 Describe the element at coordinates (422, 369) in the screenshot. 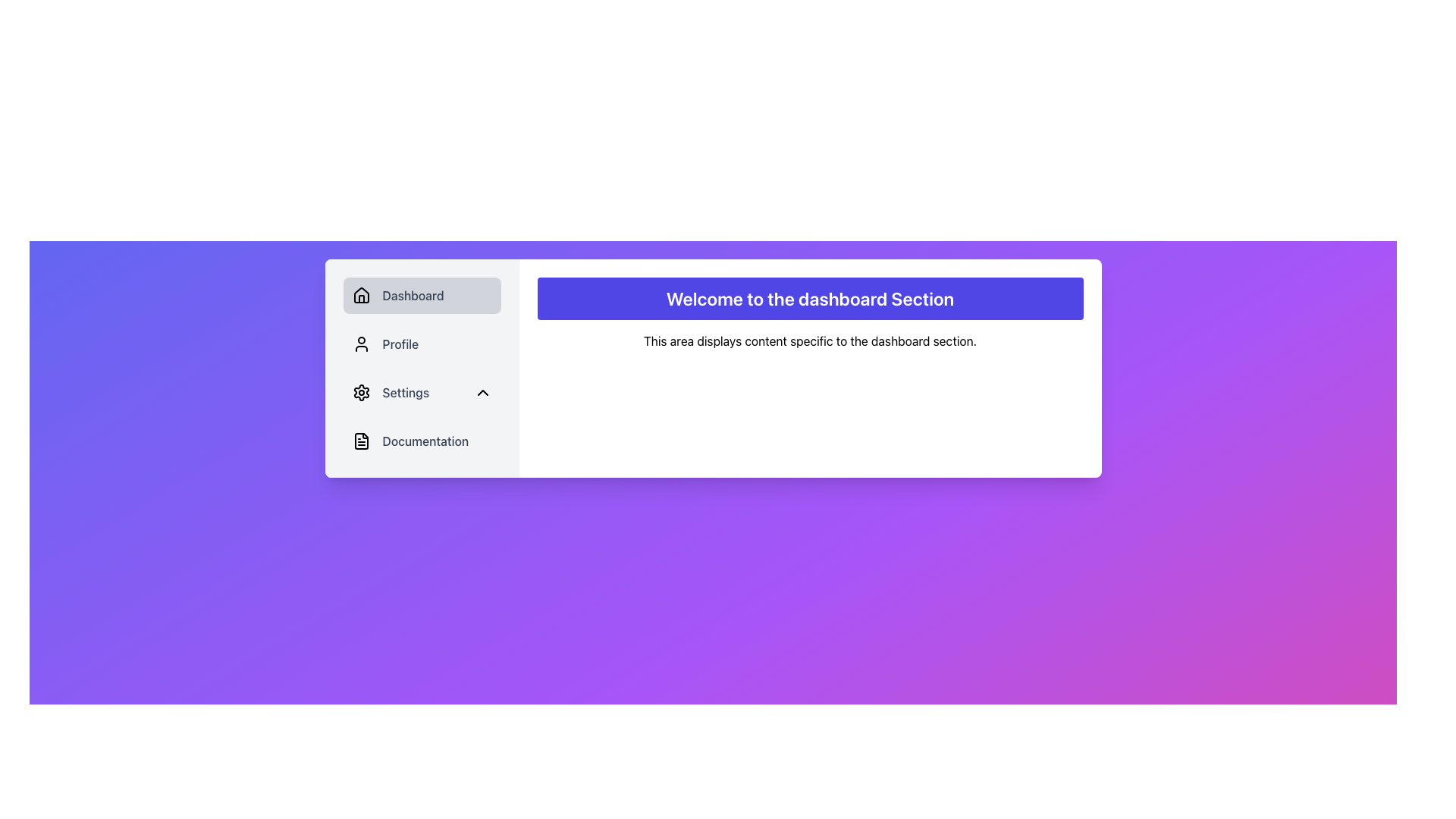

I see `the 'Profile' item in the vertical navigation list located in the sidebar` at that location.